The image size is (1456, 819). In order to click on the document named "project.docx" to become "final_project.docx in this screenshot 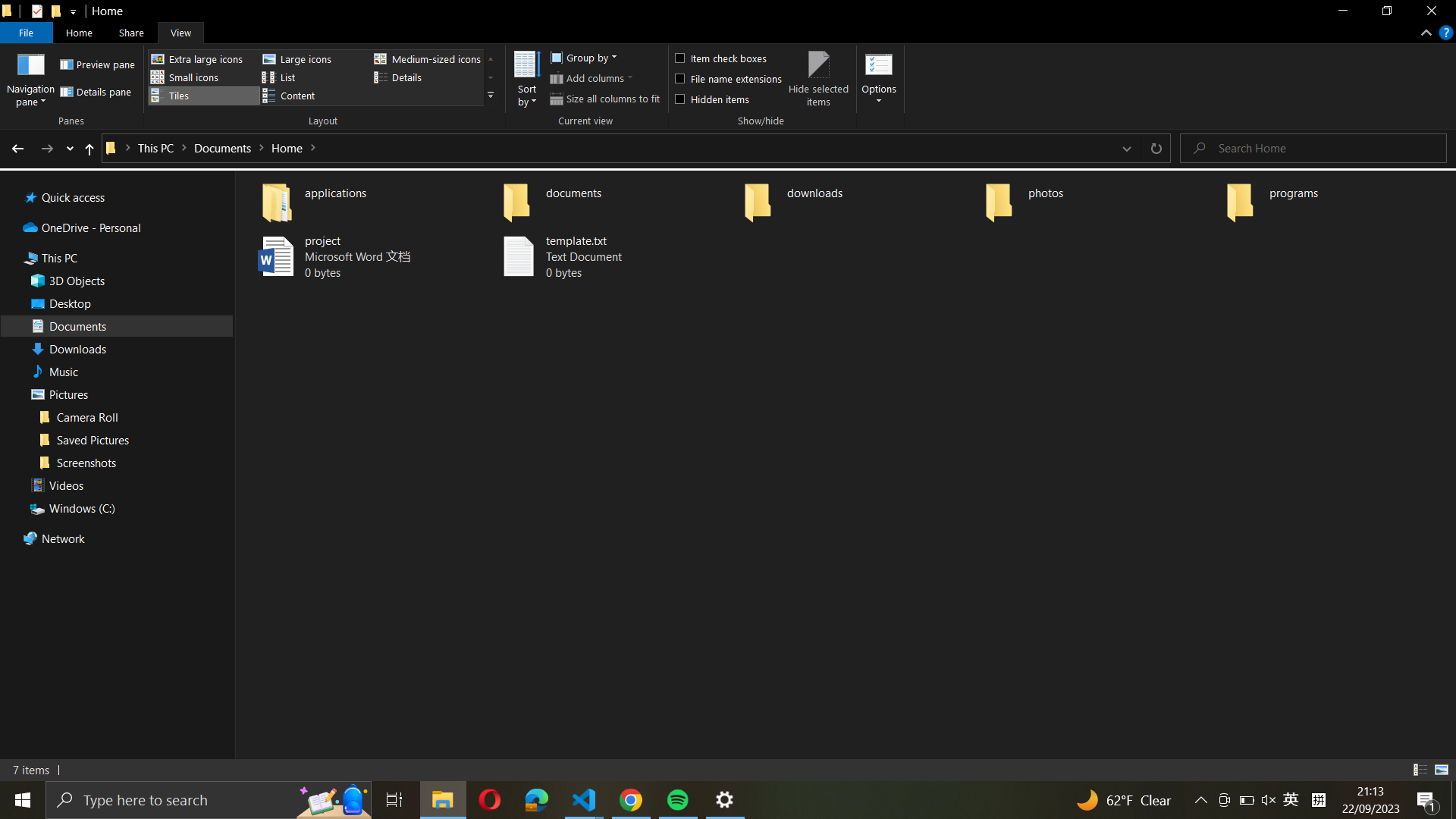, I will do `click(361, 256)`.